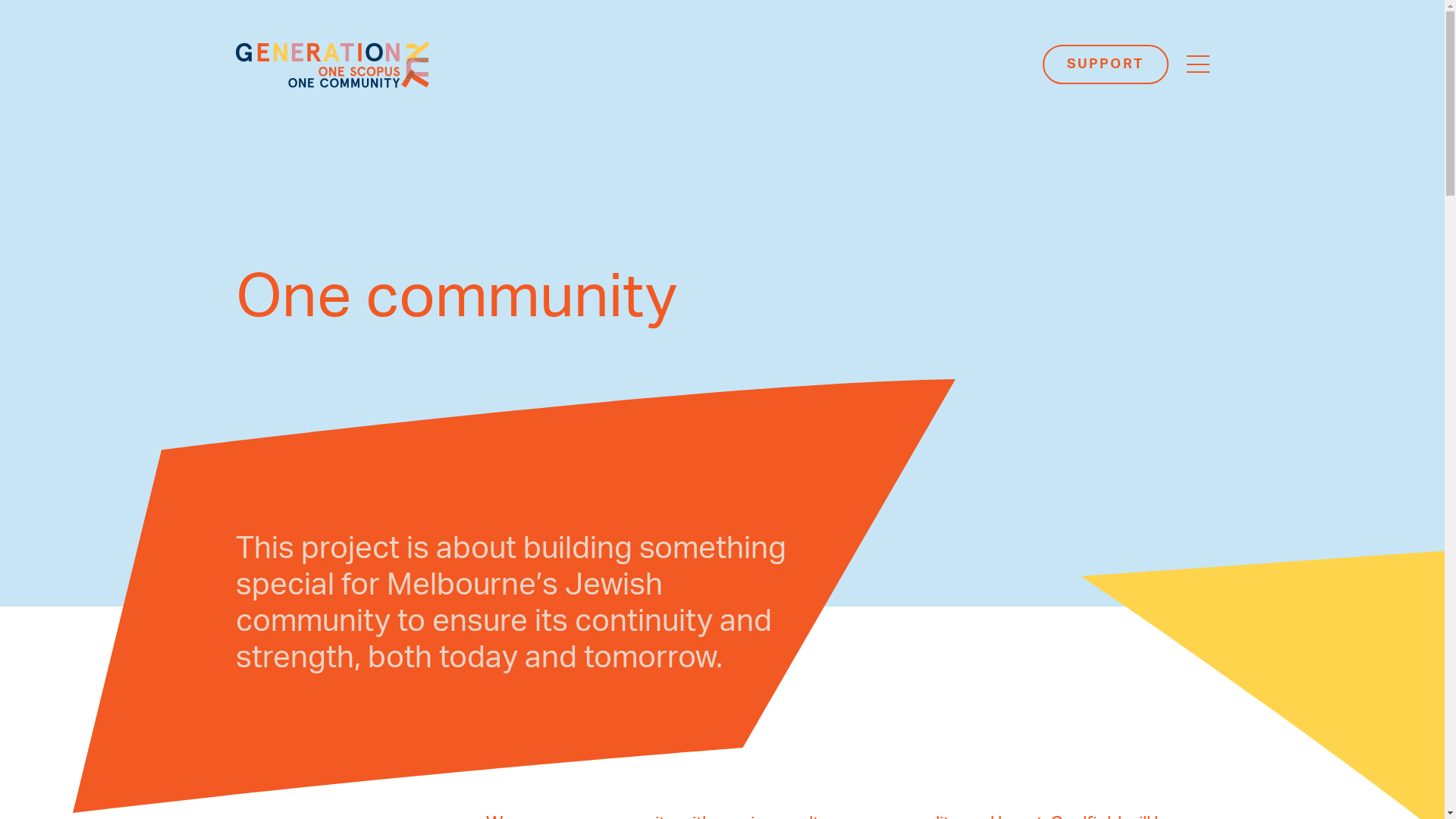 The width and height of the screenshot is (1456, 819). Describe the element at coordinates (1105, 63) in the screenshot. I see `'SUPPORT'` at that location.